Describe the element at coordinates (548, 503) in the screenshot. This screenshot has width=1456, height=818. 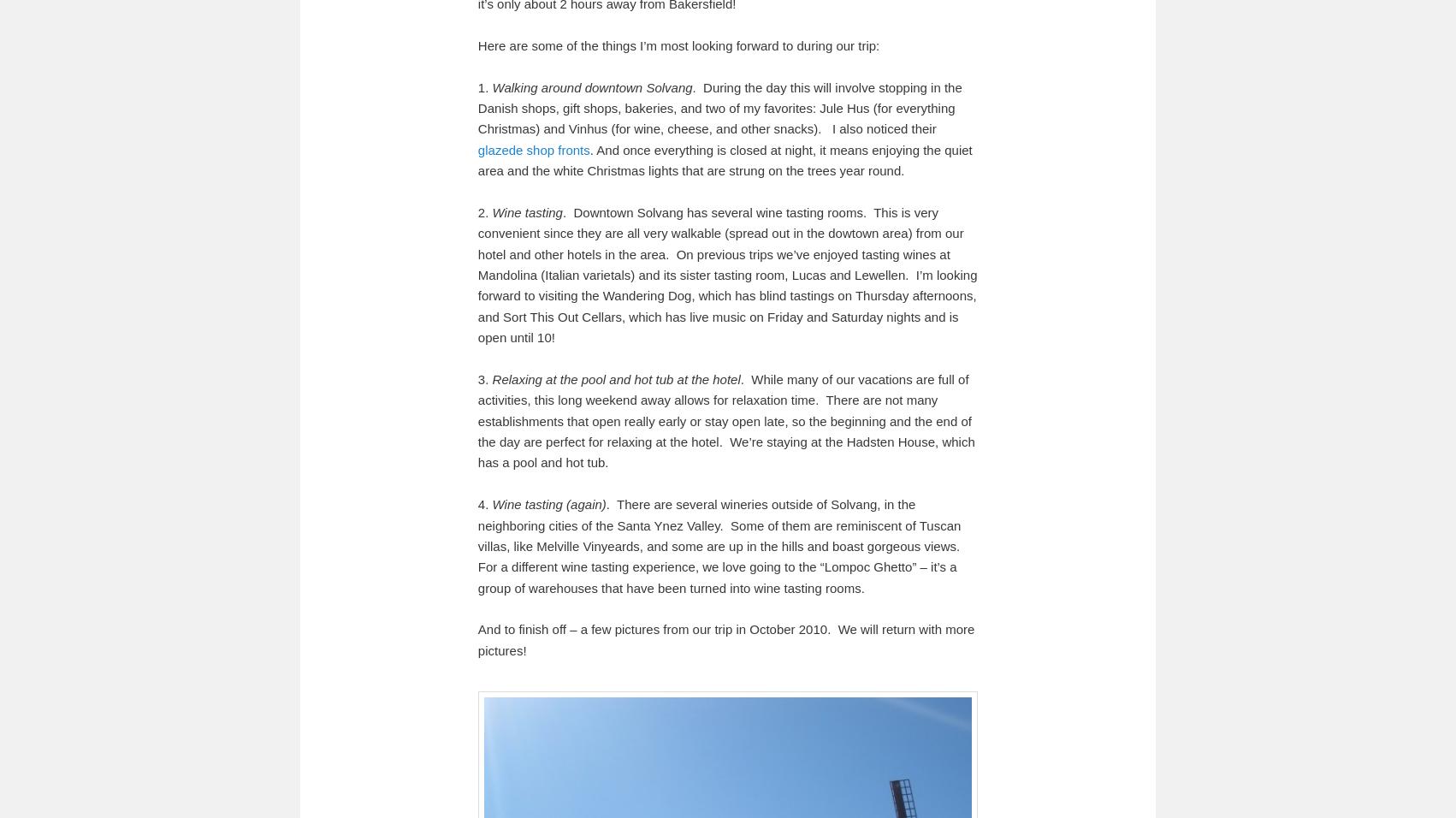
I see `'Wine tasting (again)'` at that location.